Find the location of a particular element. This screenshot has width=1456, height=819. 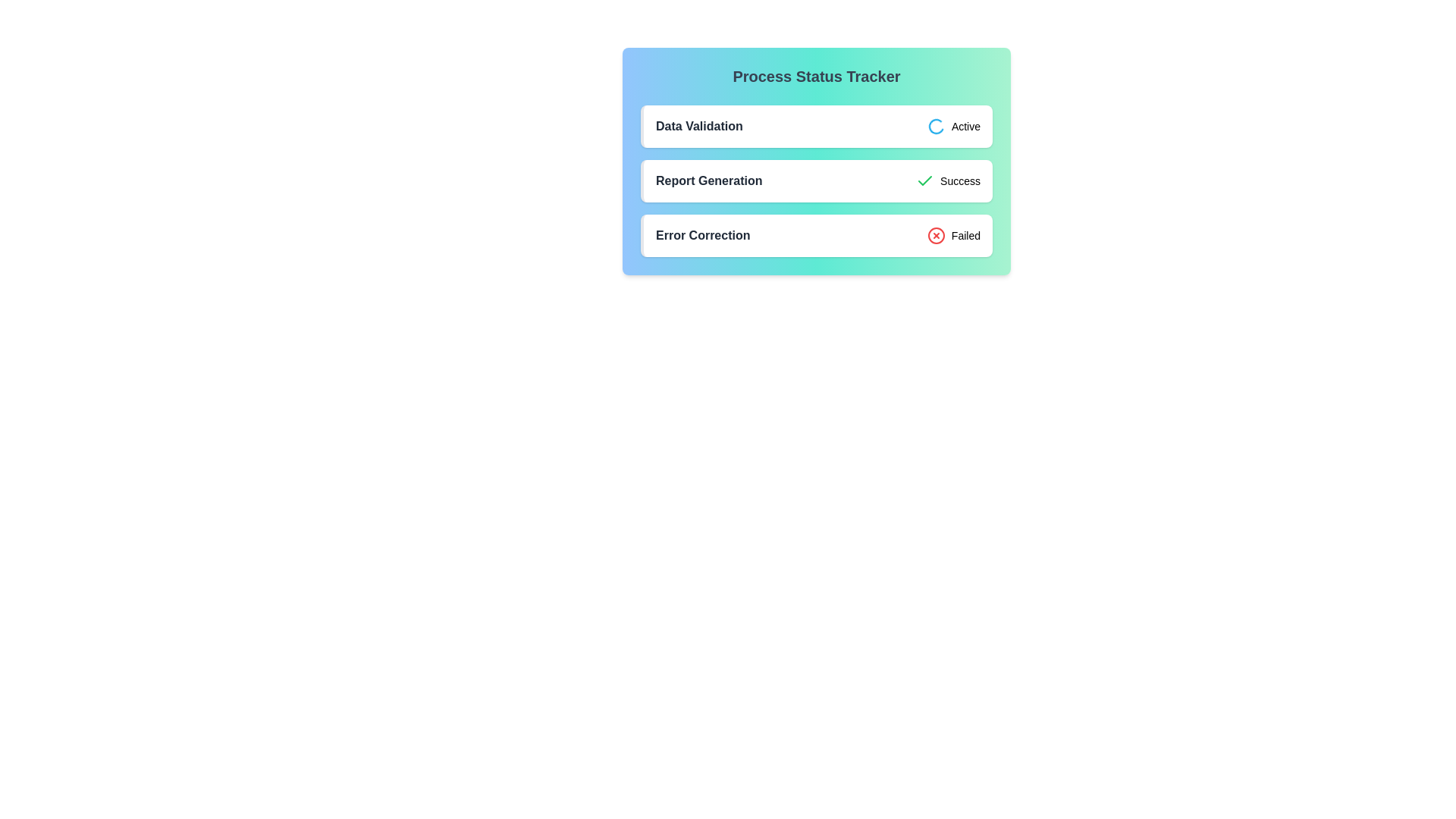

the loading state icon representing the ongoing Data Validation process, which is located in the Data Validation row adjacent to the Active status label is located at coordinates (935, 125).